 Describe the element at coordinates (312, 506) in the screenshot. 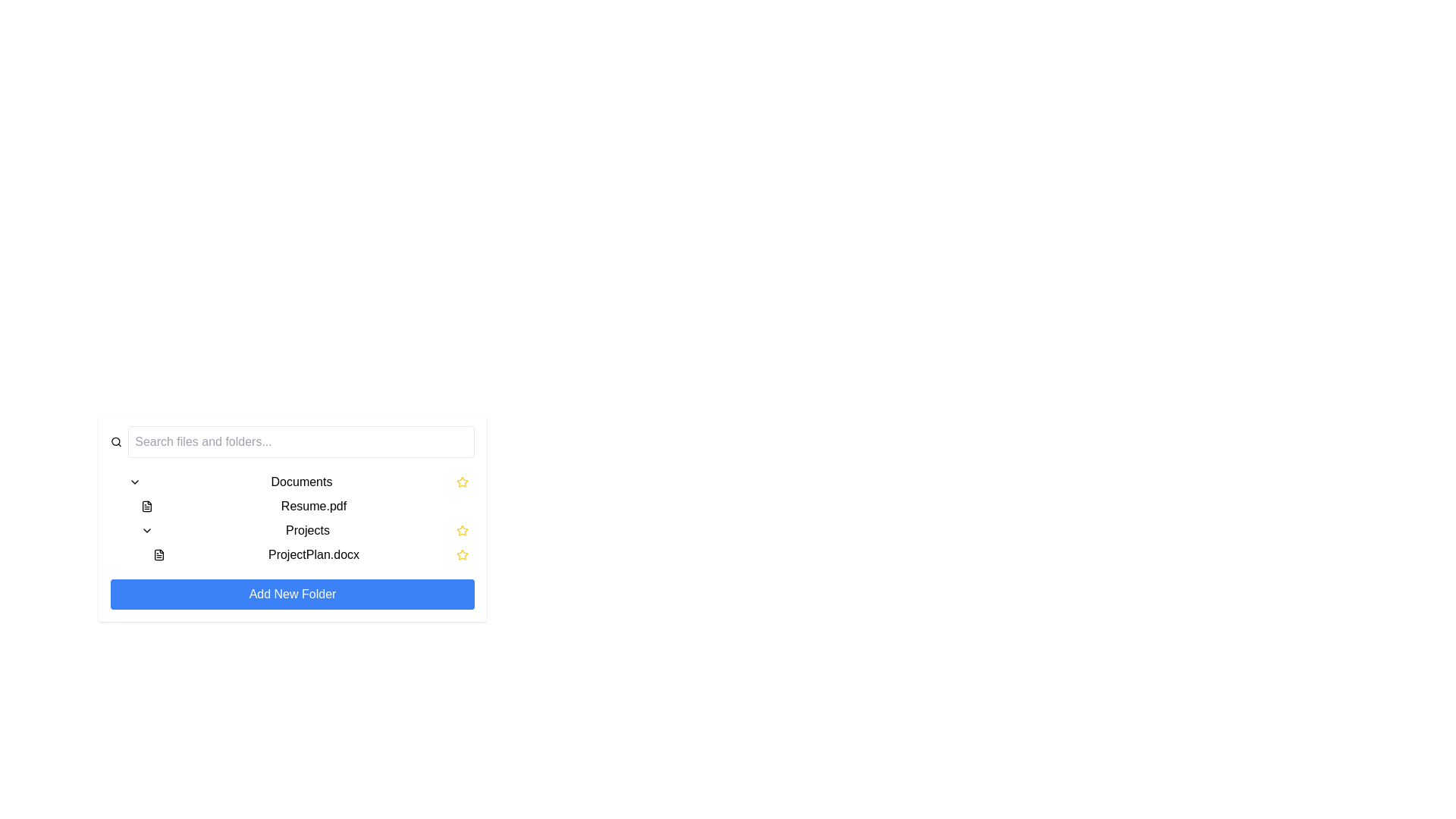

I see `the plain text label 'Resume.pdf' located under the 'Documents' category and above the 'Projects' section` at that location.